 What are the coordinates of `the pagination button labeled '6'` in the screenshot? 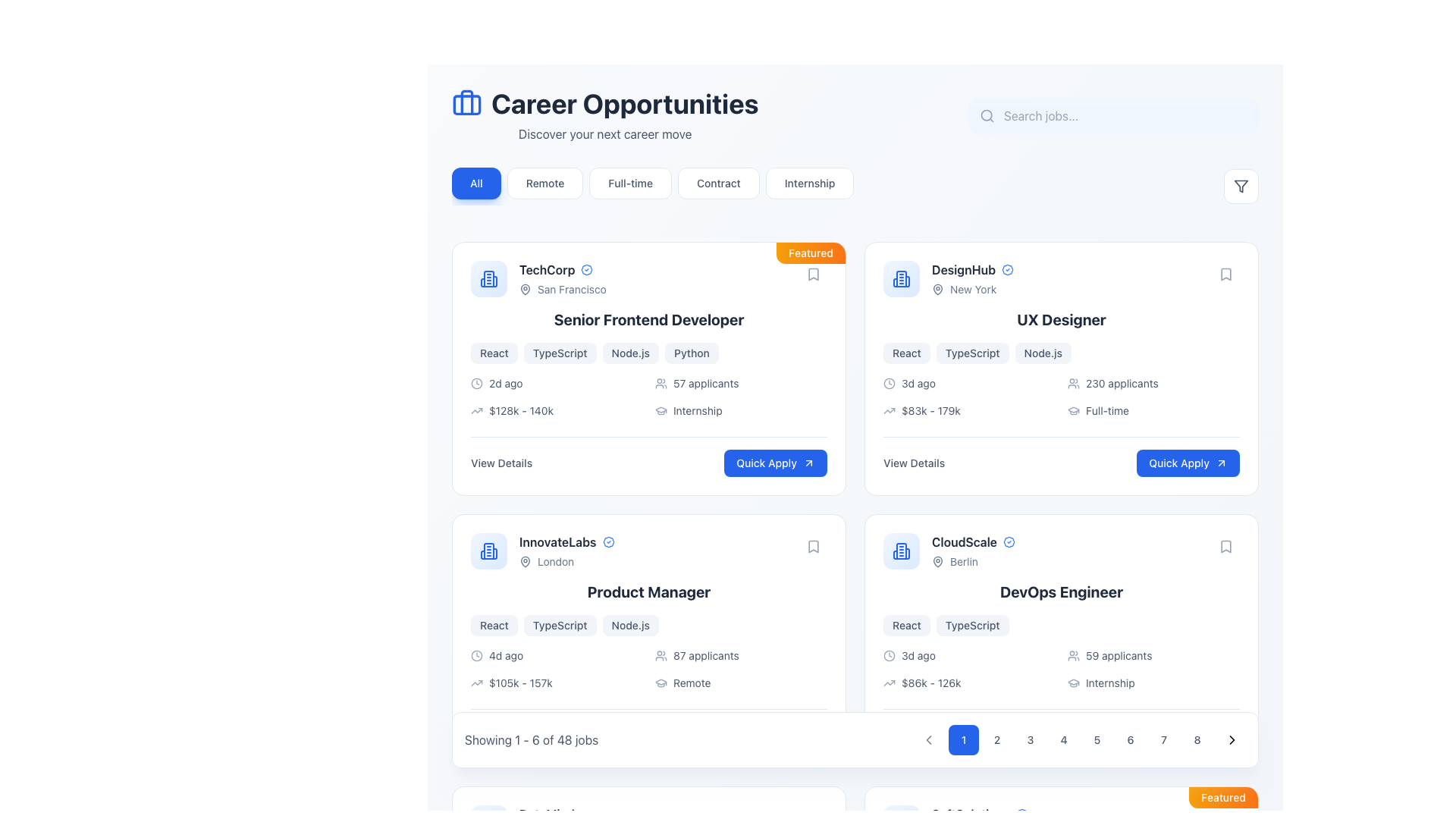 It's located at (1131, 739).